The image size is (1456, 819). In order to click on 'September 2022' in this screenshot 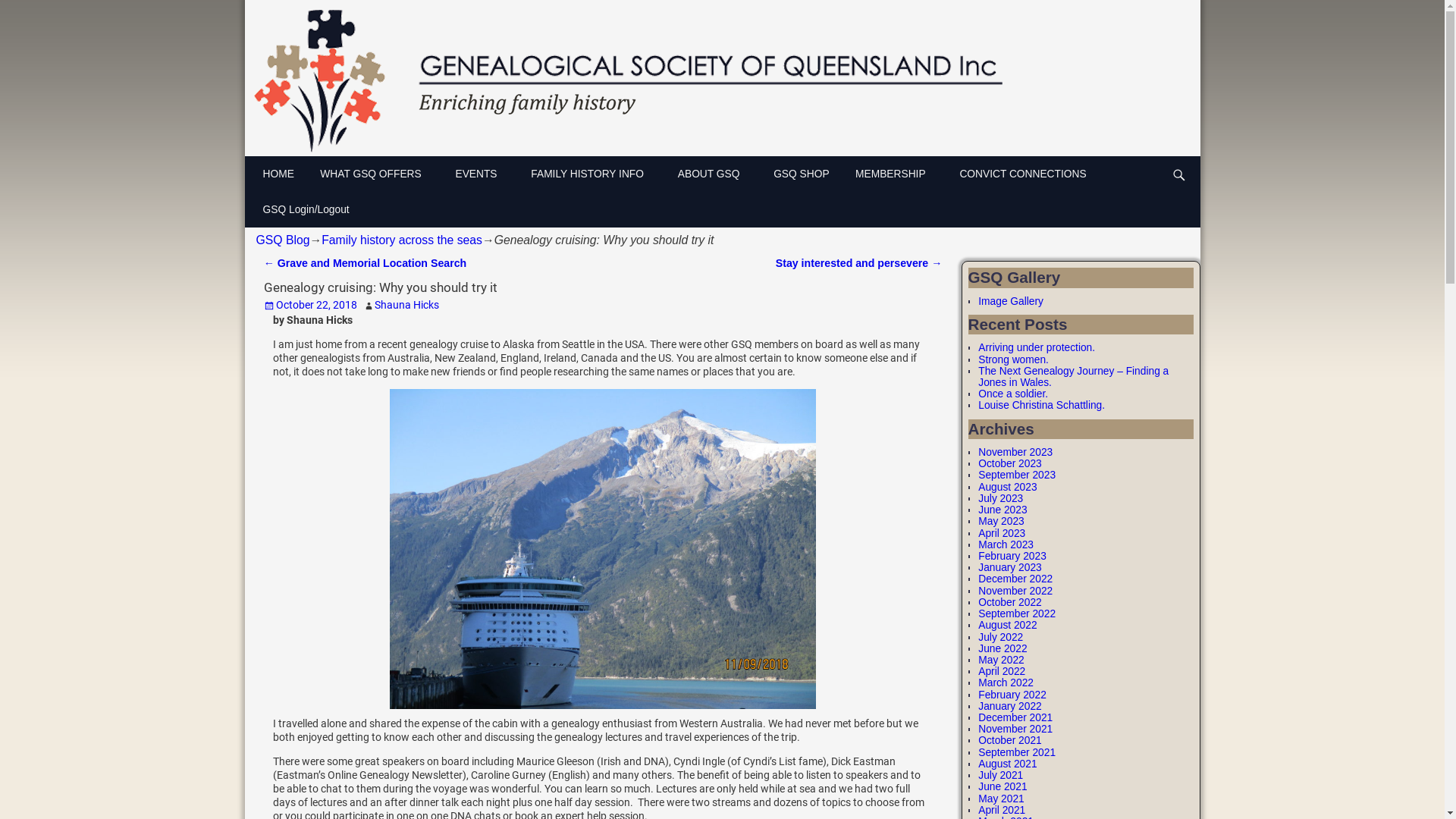, I will do `click(978, 613)`.